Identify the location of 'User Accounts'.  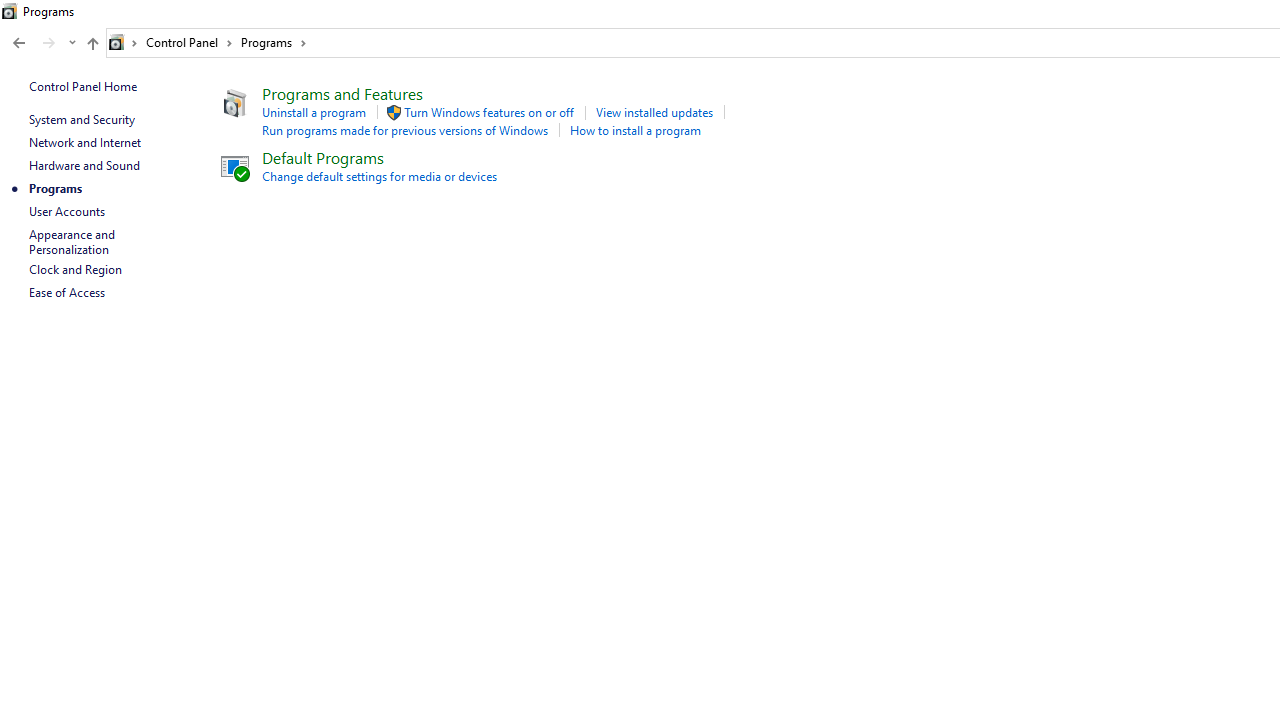
(67, 211).